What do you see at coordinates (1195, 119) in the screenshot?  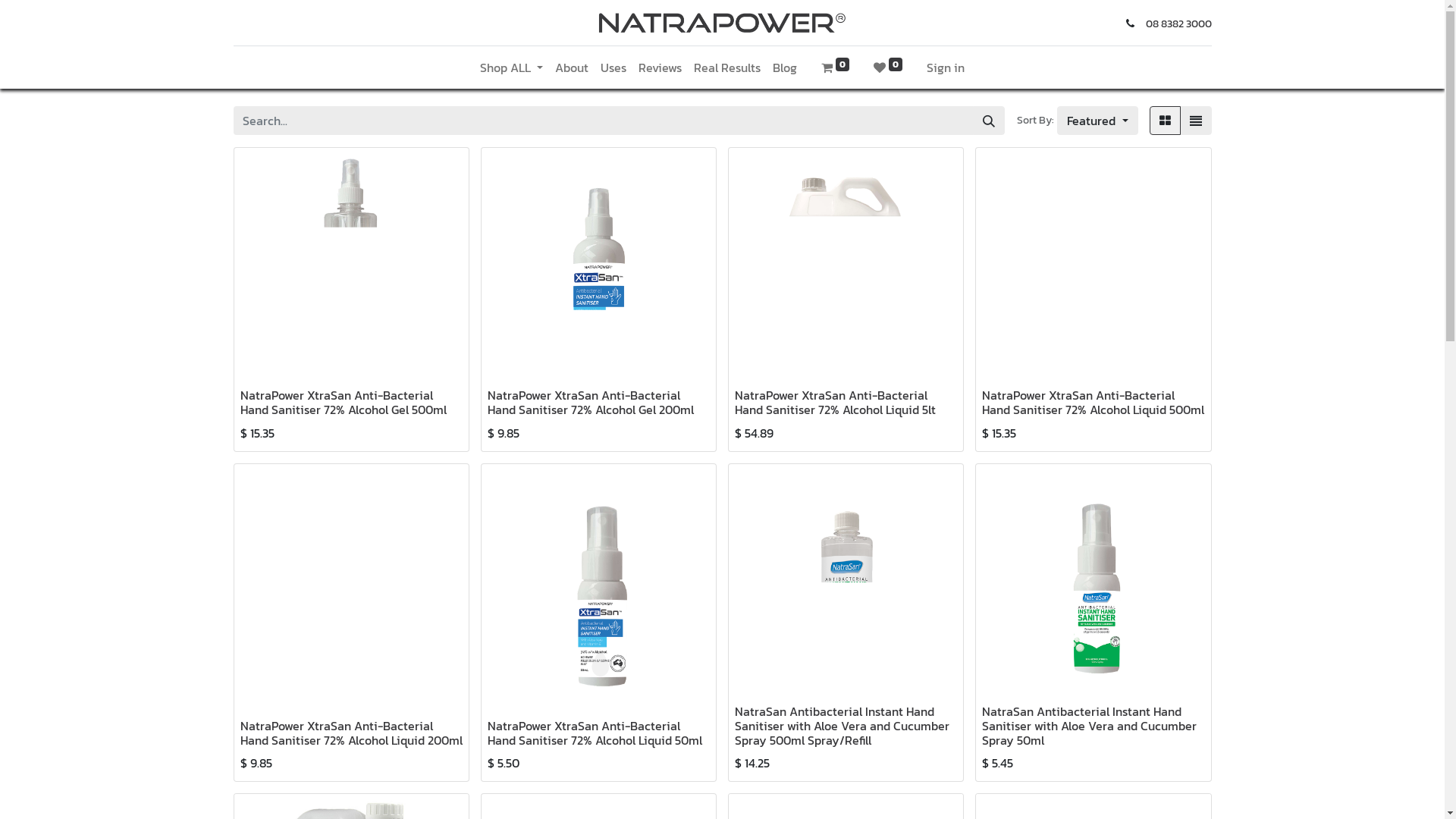 I see `'List'` at bounding box center [1195, 119].